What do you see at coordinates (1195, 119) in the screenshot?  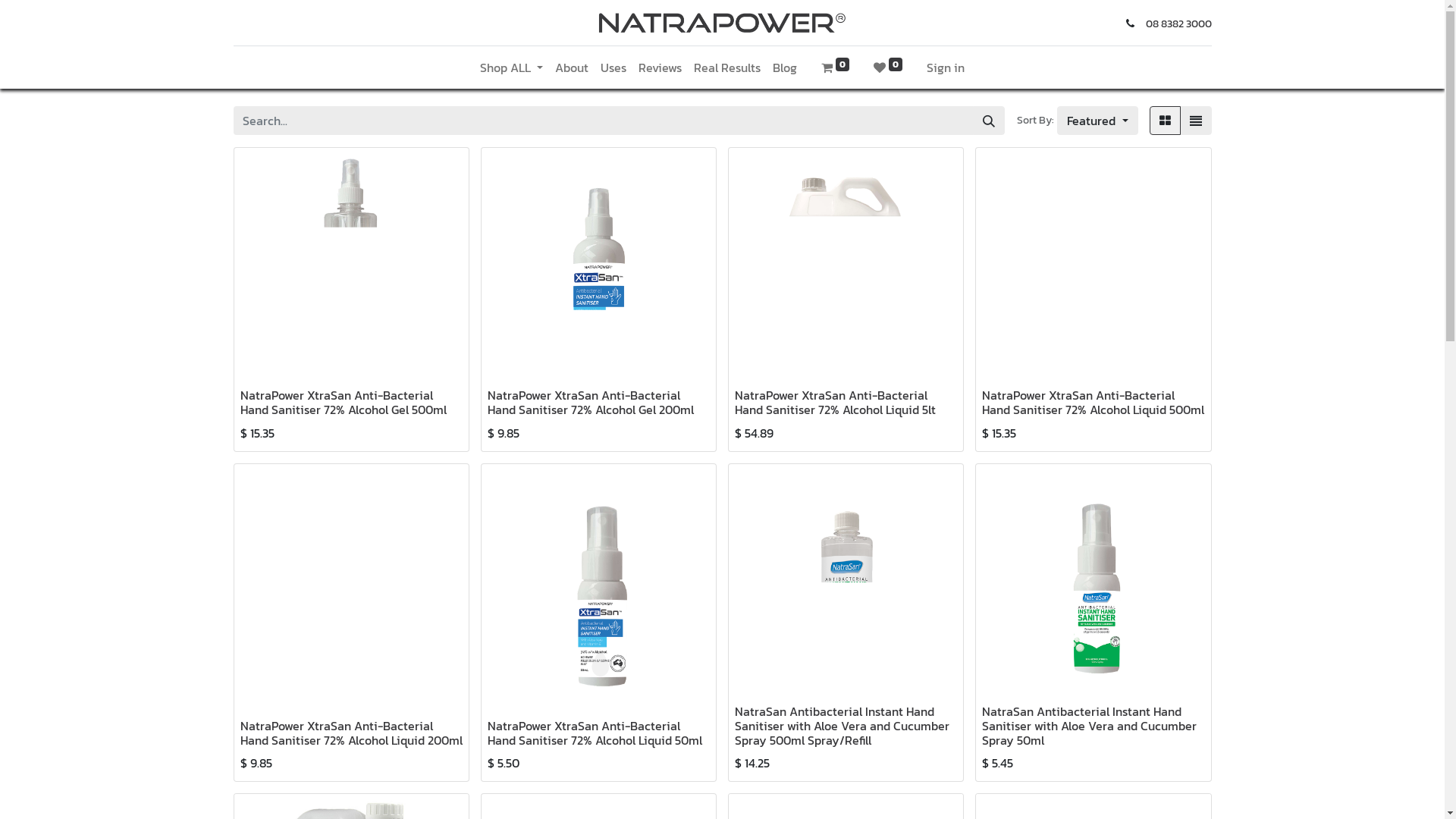 I see `'List'` at bounding box center [1195, 119].